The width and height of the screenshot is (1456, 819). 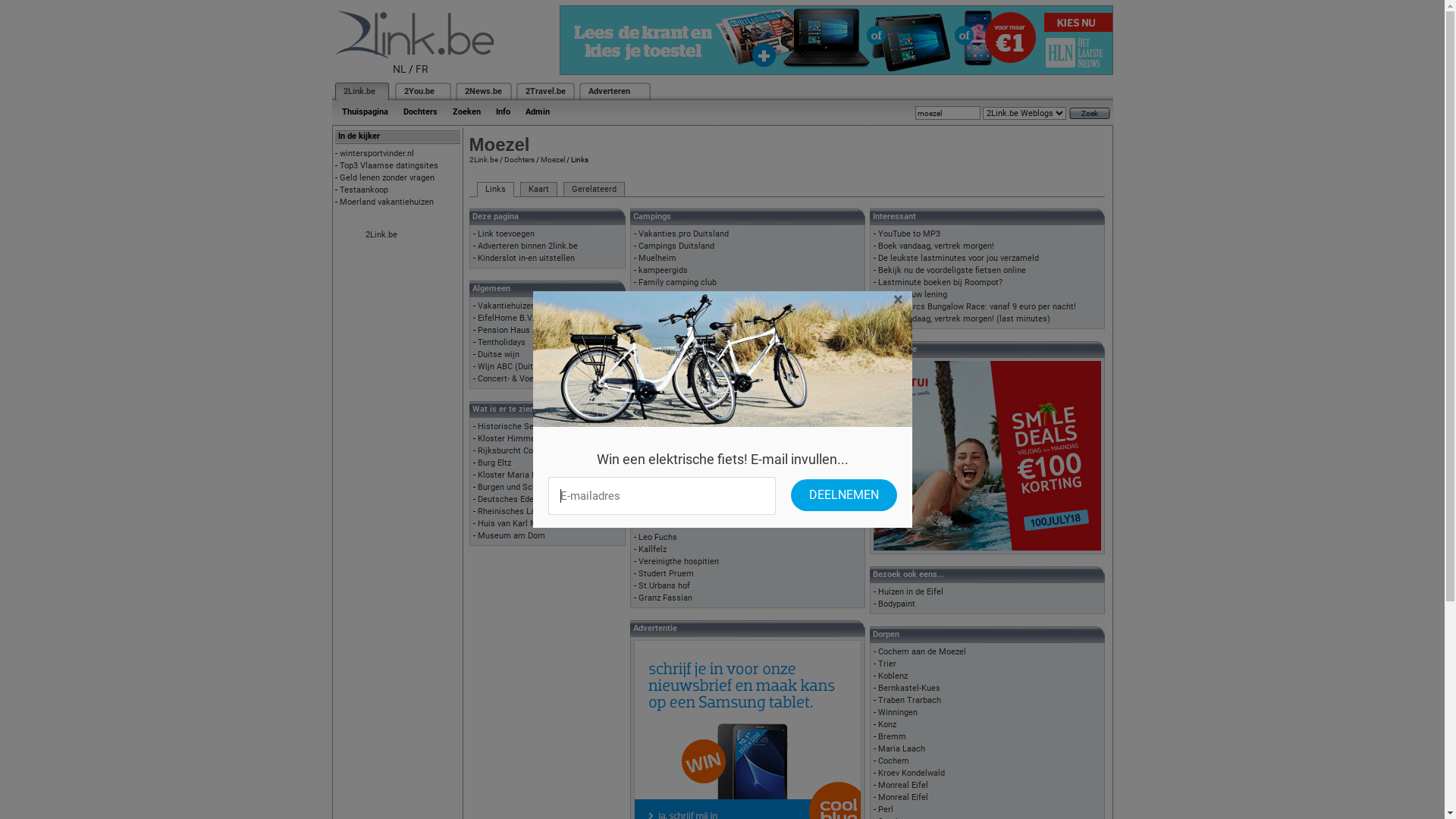 I want to click on 'Boek vandaag, vertrek morgen! (last minutes)', so click(x=963, y=318).